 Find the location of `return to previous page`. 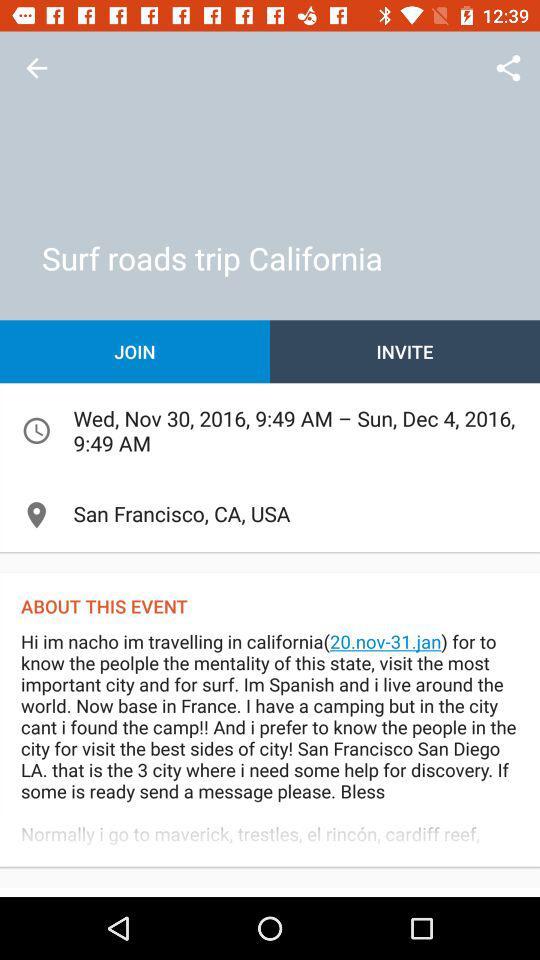

return to previous page is located at coordinates (36, 68).